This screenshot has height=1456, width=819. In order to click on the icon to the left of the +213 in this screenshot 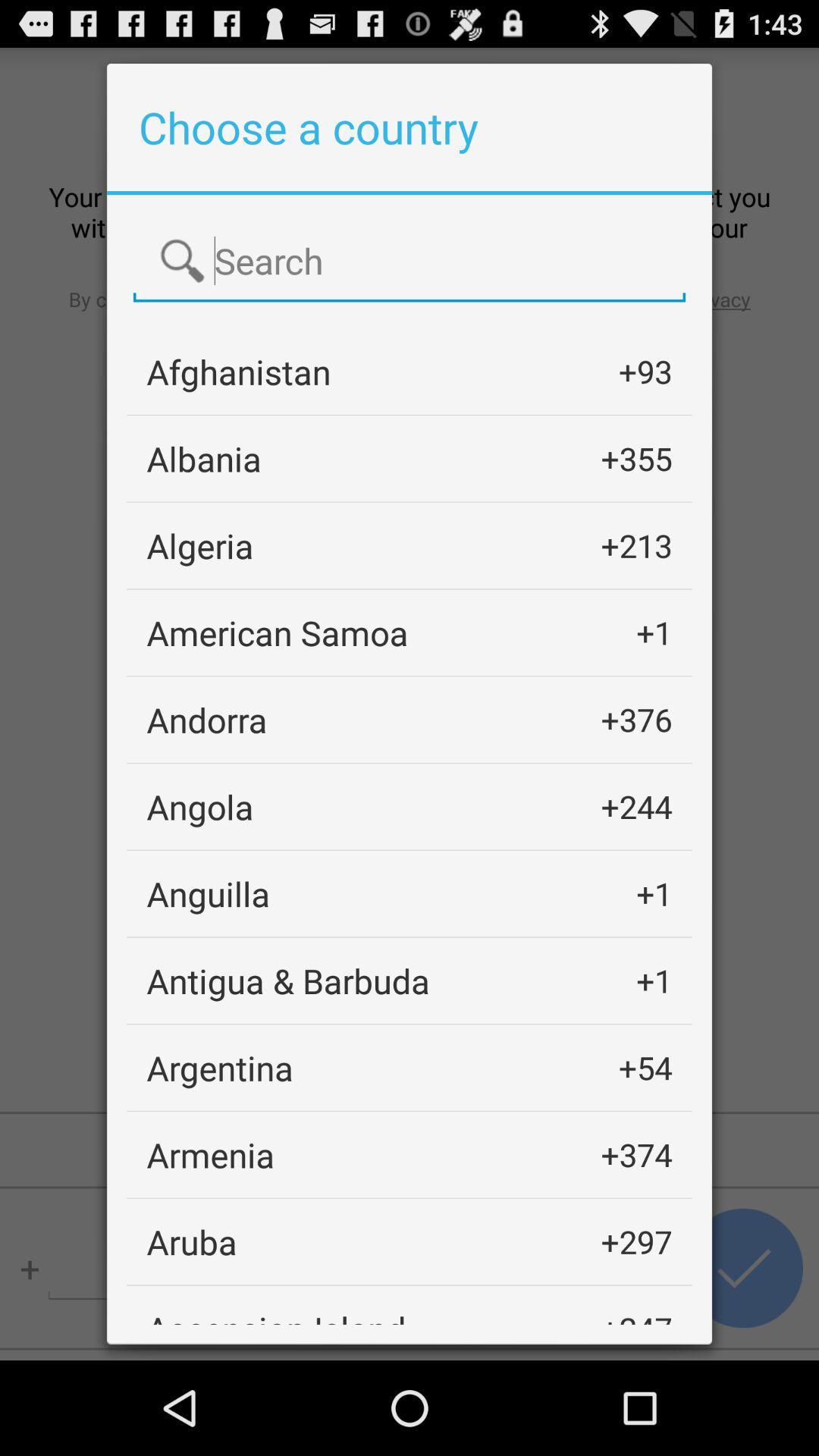, I will do `click(199, 545)`.